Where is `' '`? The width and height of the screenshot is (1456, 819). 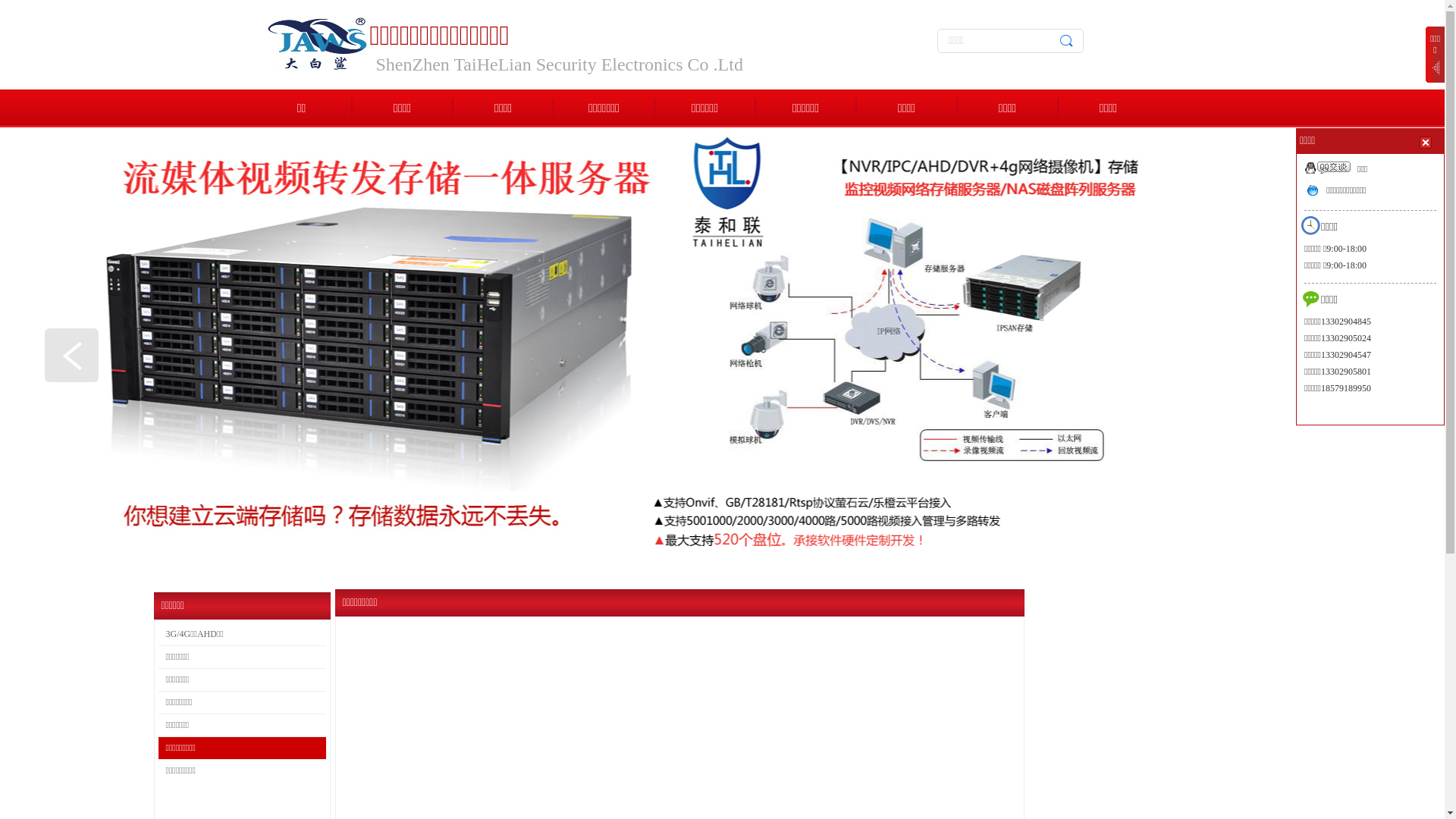 ' ' is located at coordinates (1426, 141).